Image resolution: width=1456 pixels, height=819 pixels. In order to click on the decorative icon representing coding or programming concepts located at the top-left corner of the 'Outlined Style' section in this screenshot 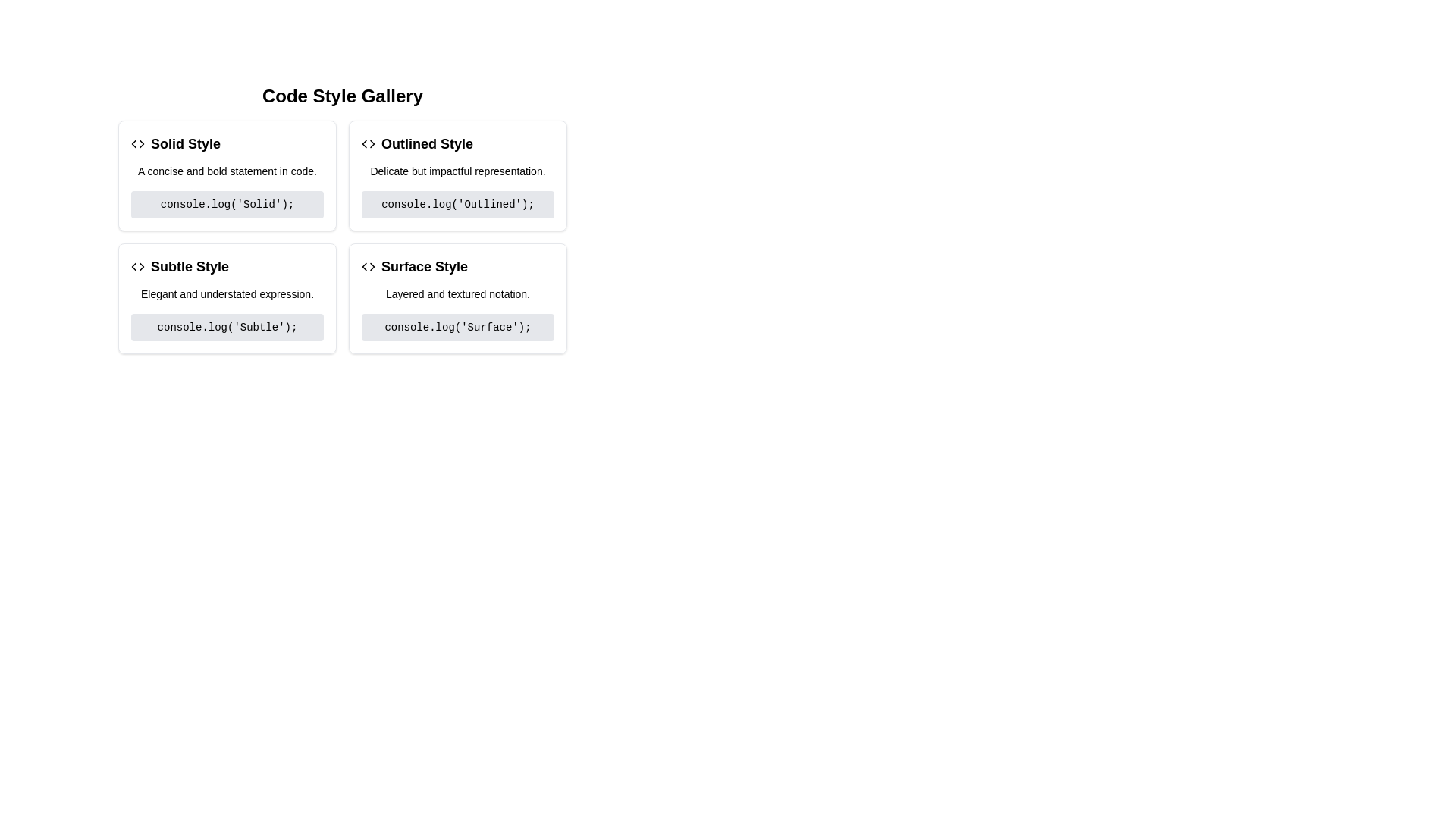, I will do `click(368, 143)`.